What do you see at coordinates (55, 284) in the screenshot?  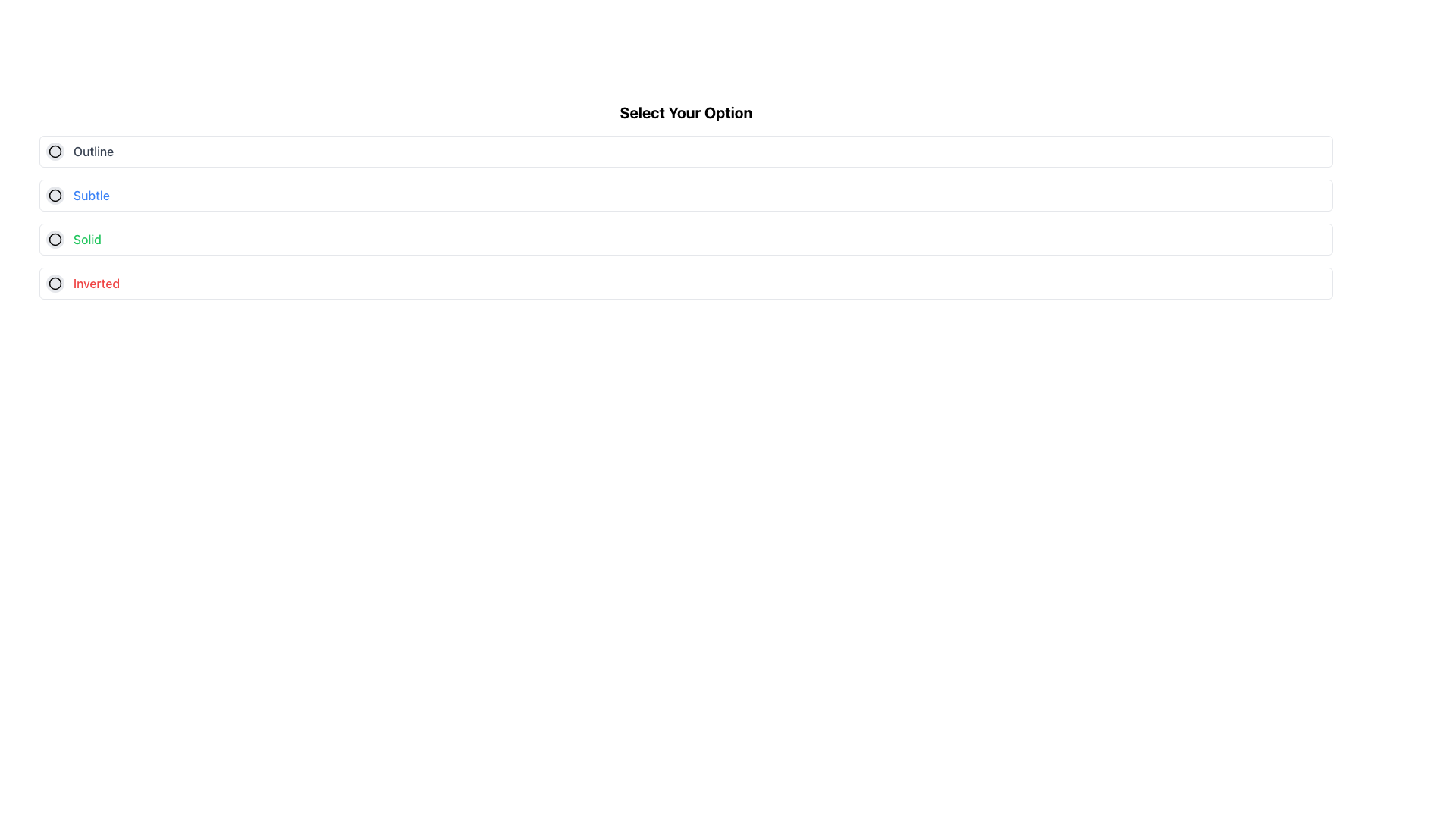 I see `the 'Inverted' selectable radio button indicator, which is styled as a circular button with a gray background and black border, located at the bottom-most option in the list` at bounding box center [55, 284].